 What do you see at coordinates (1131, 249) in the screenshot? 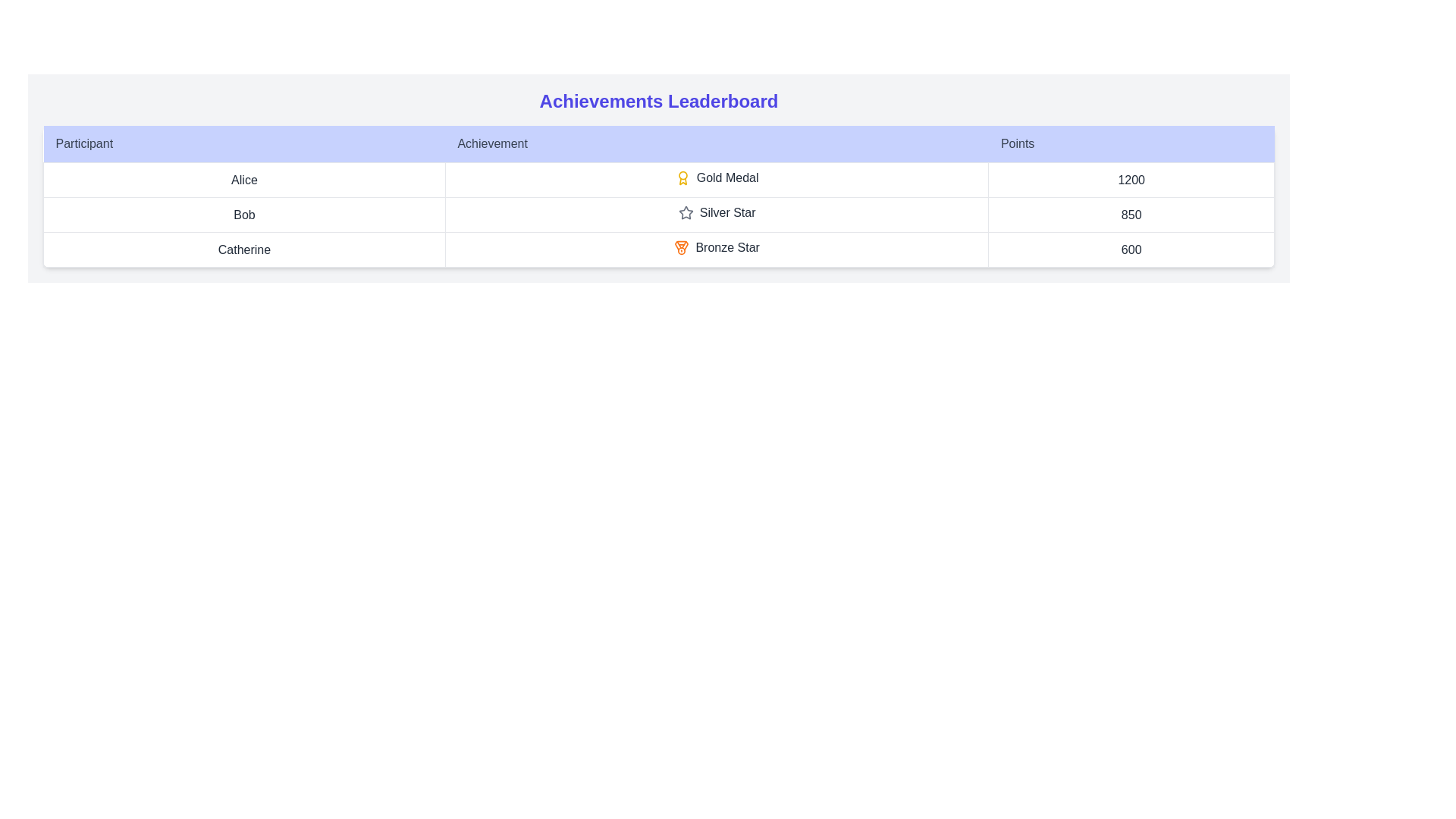
I see `the text element indicating the points earned by participant 'Catherine' in the leaderboard, located in the last row and last column of the table` at bounding box center [1131, 249].